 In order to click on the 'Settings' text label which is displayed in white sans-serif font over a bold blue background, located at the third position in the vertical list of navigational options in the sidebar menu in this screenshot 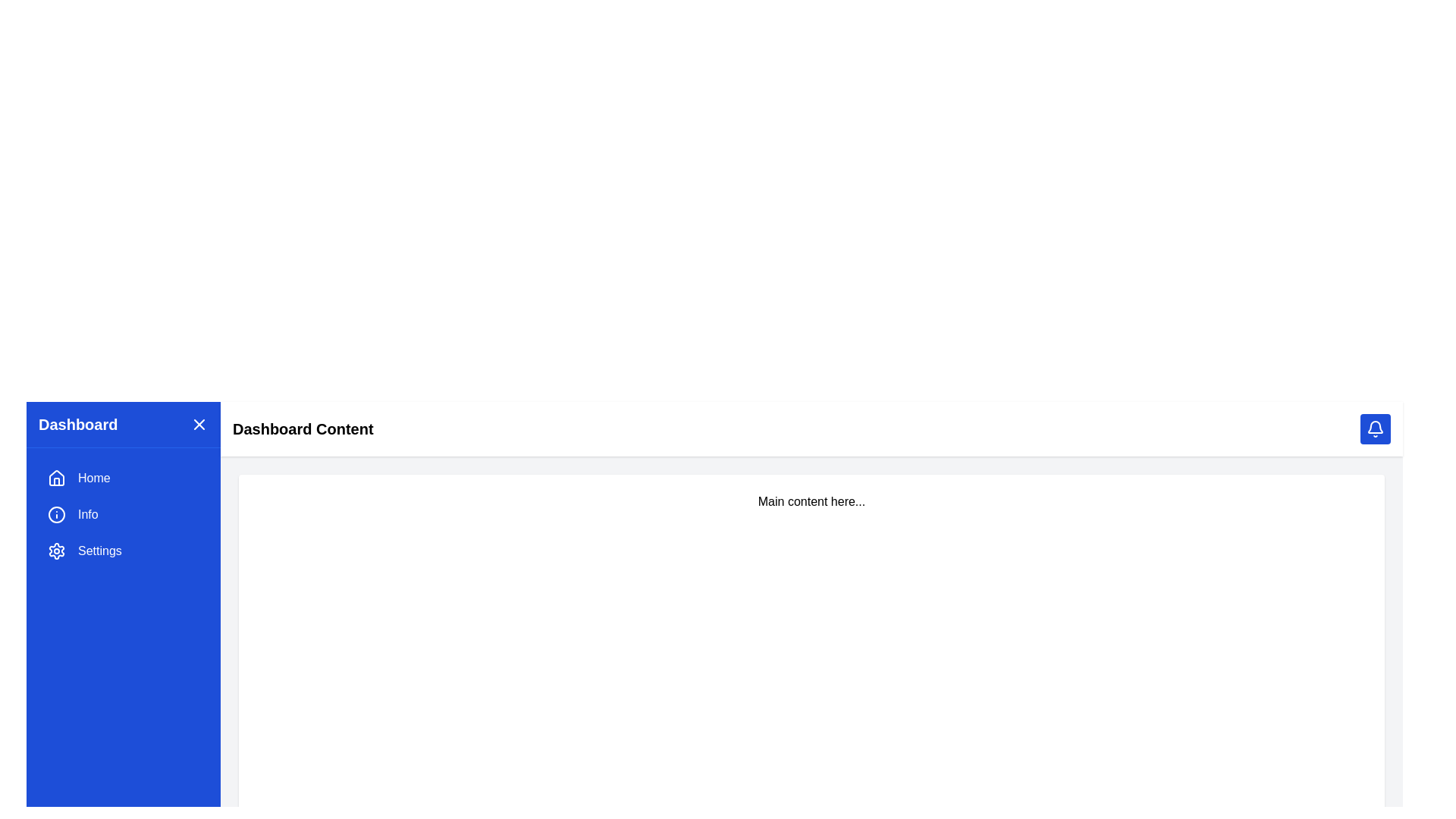, I will do `click(99, 551)`.